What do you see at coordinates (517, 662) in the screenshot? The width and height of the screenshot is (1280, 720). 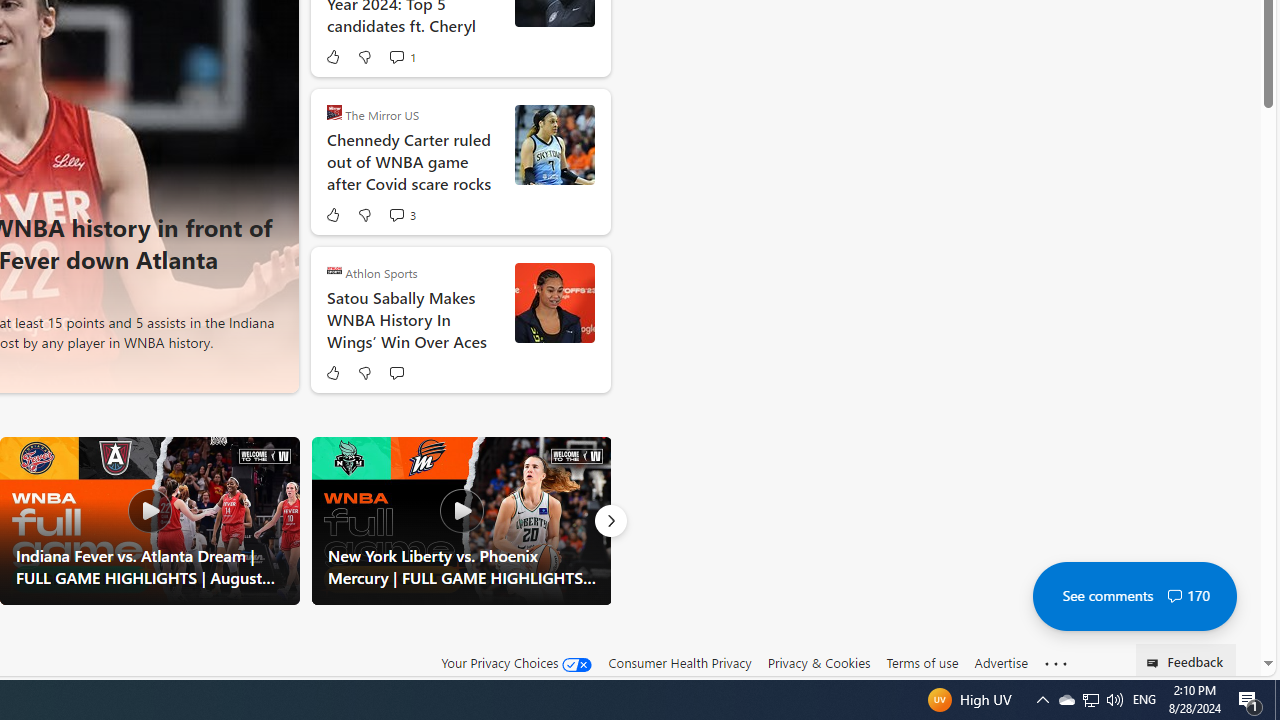 I see `'Your Privacy Choices'` at bounding box center [517, 662].